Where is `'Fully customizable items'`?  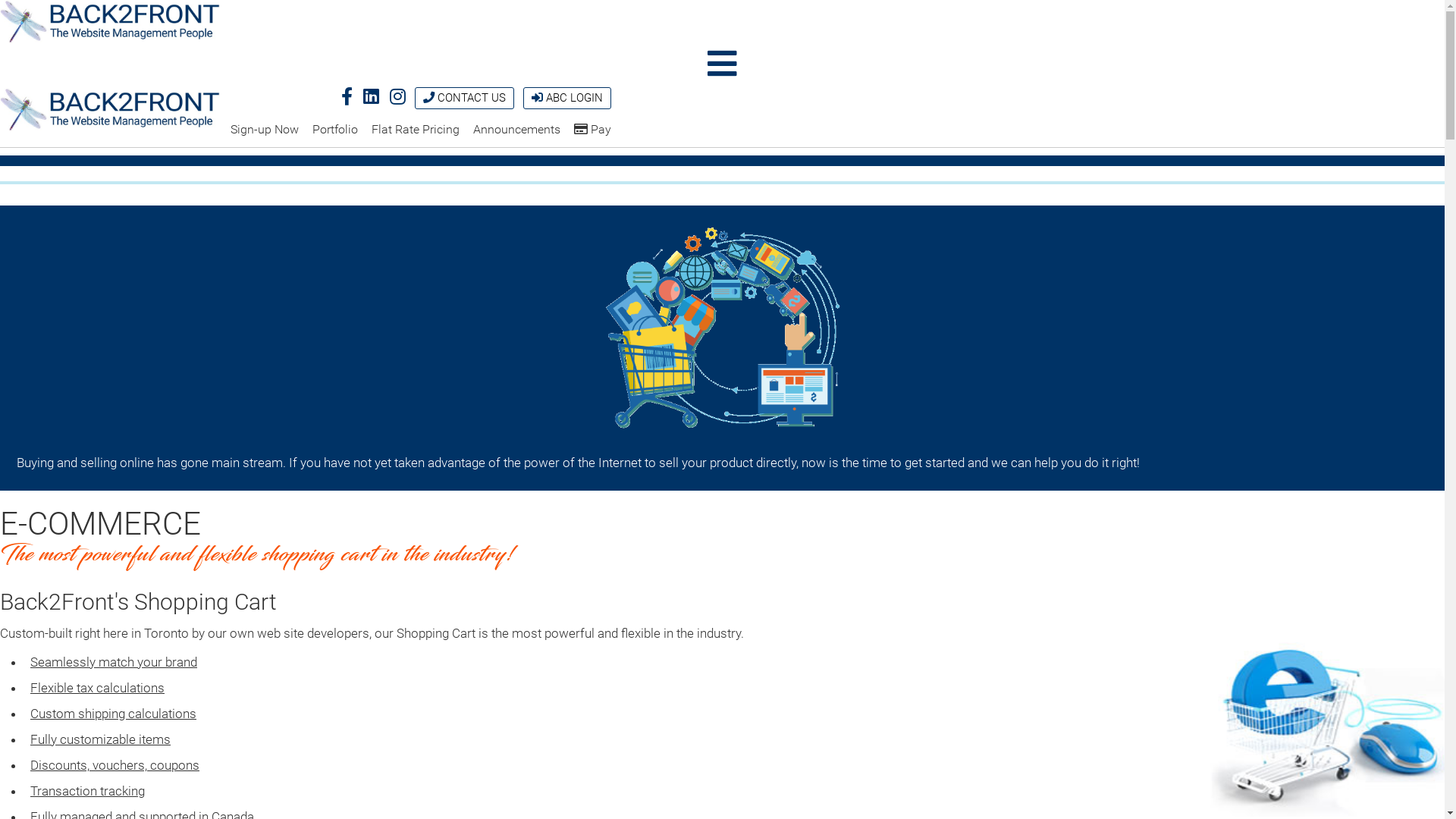
'Fully customizable items' is located at coordinates (99, 739).